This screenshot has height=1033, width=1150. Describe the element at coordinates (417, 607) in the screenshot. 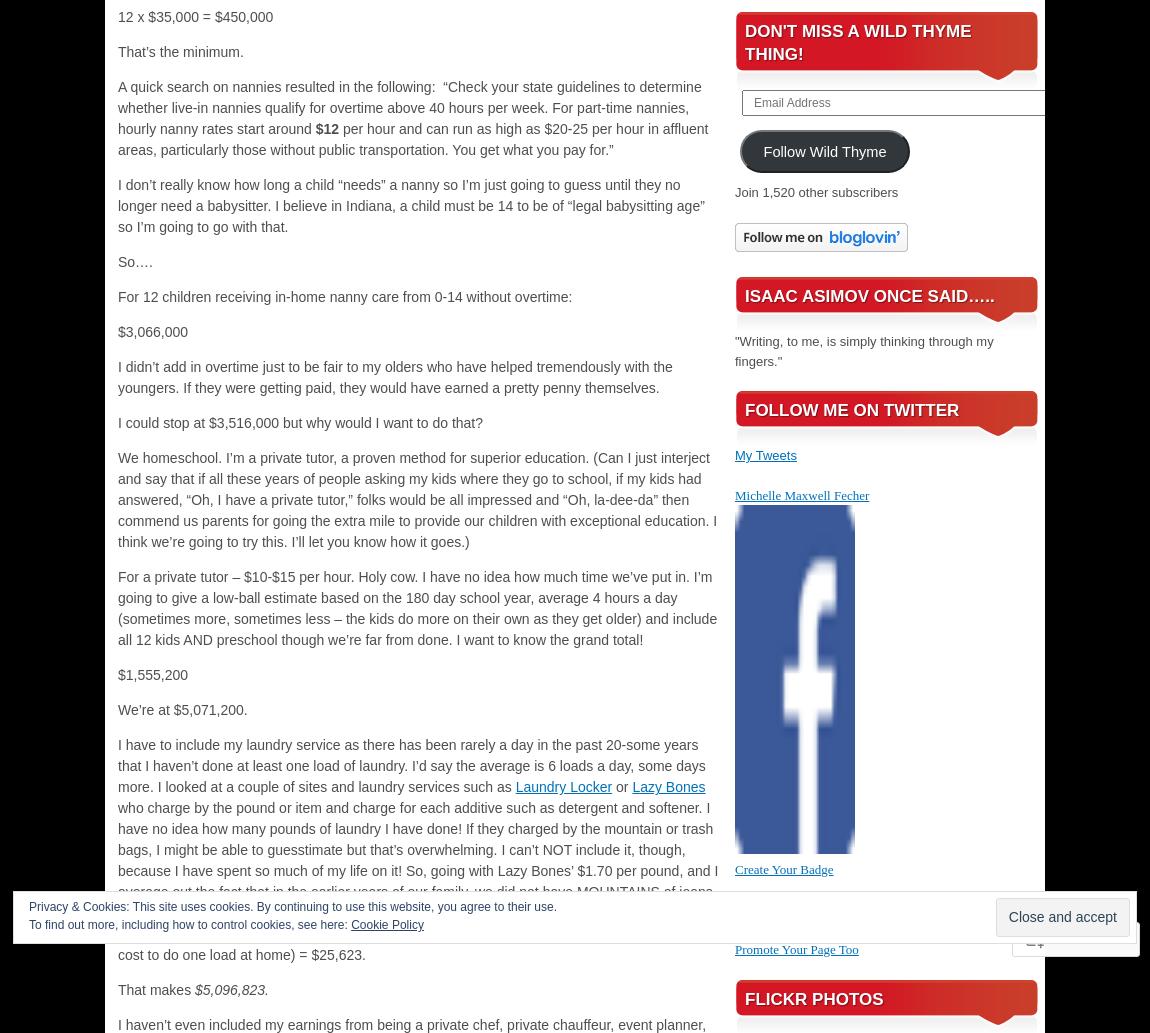

I see `'For a private tutor – $10-$15 per hour. Holy cow. I have no idea how much time we’ve put in. I’m going to give a low-ball estimate based on the 180 day school year, average 4 hours a day (sometimes more, sometimes less – the kids do more on their own as they get older) and include all 12 kids AND preschool though we’re far from done. I want to know the grand total!'` at that location.